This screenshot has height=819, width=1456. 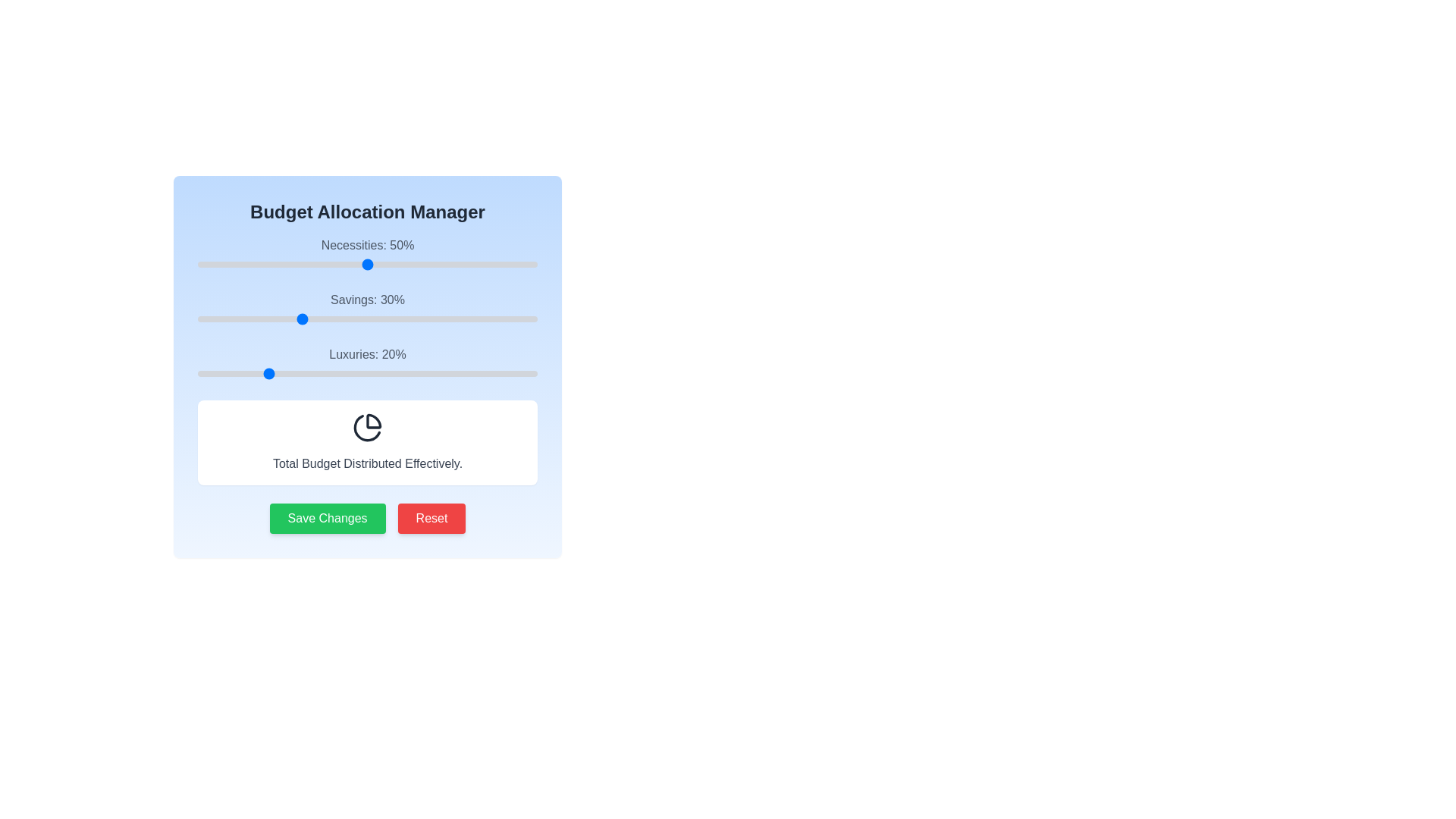 What do you see at coordinates (367, 253) in the screenshot?
I see `the first range slider labeled 'necessities: 50%'` at bounding box center [367, 253].